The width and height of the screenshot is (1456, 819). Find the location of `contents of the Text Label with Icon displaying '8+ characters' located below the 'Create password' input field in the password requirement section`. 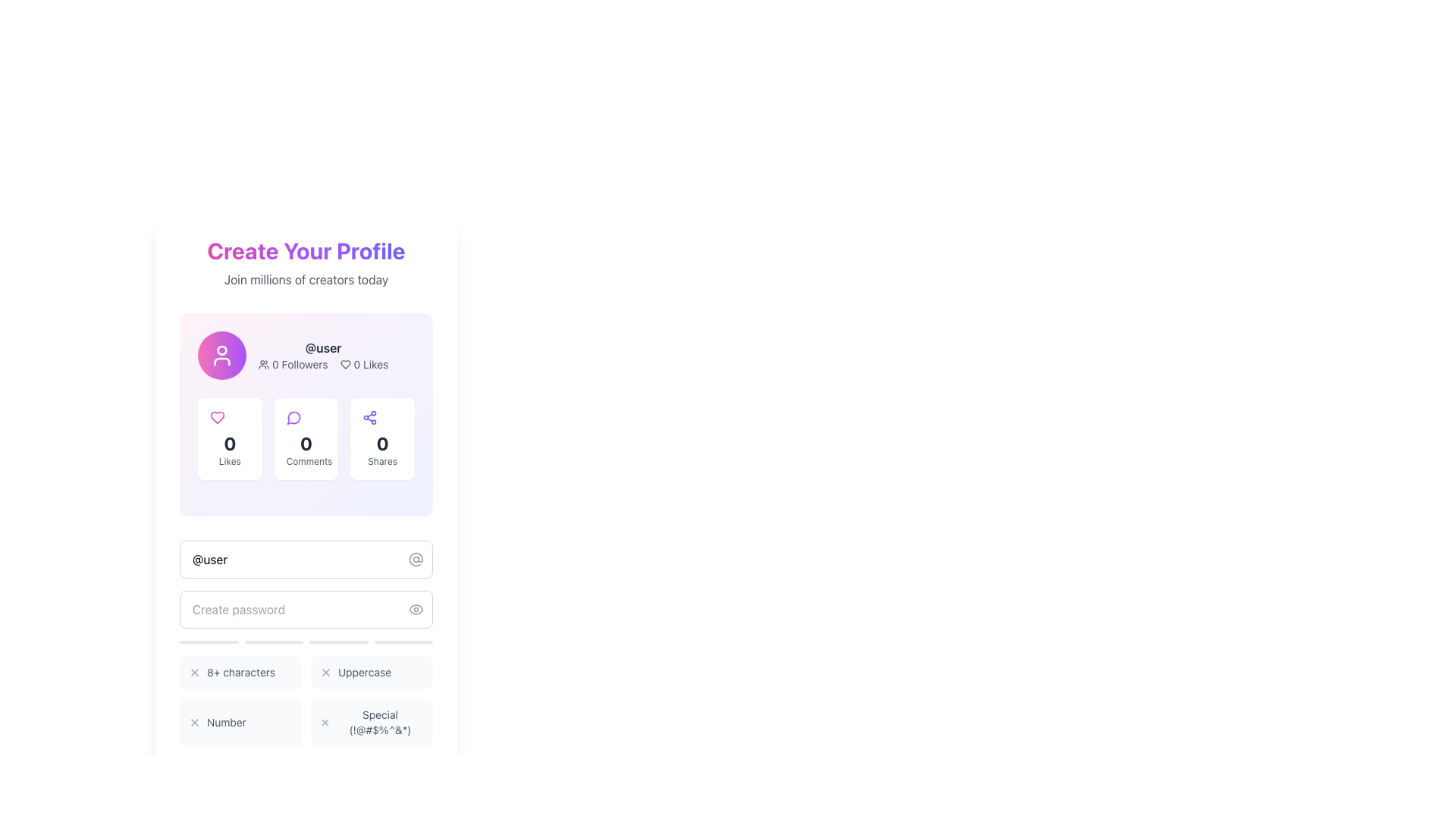

contents of the Text Label with Icon displaying '8+ characters' located below the 'Create password' input field in the password requirement section is located at coordinates (240, 672).